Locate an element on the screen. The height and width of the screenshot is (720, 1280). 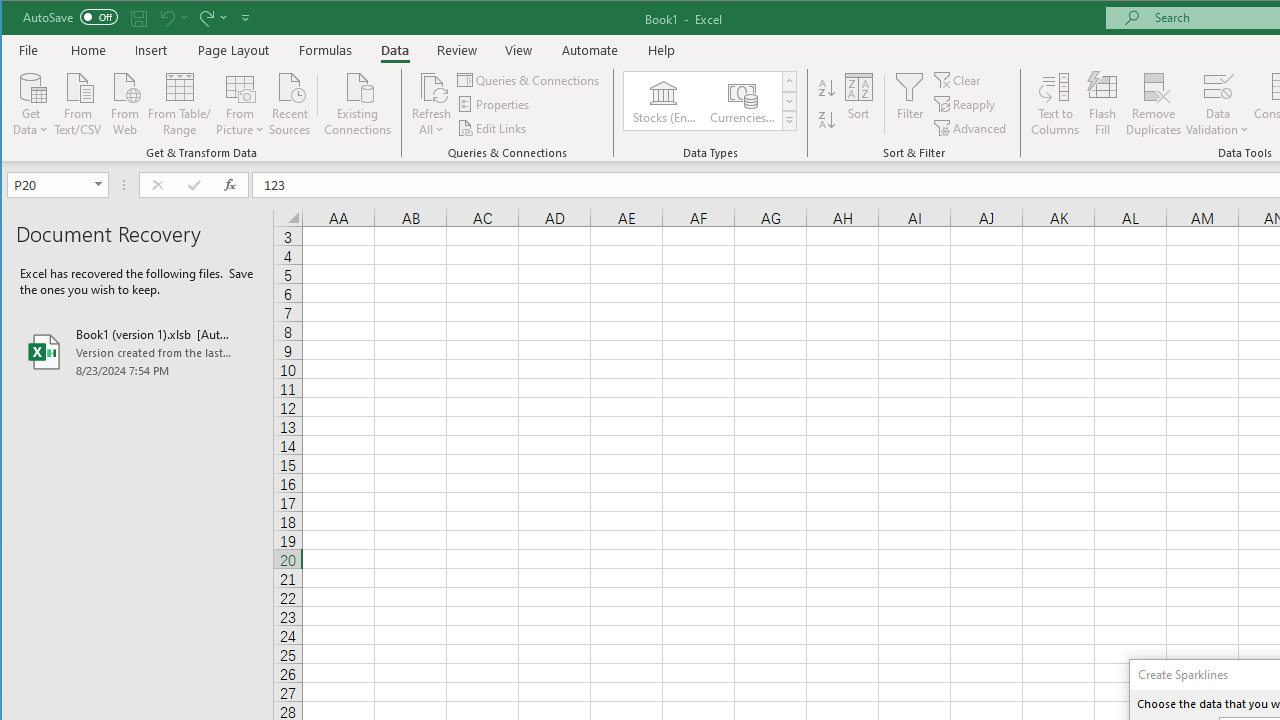
'Advanced...' is located at coordinates (971, 128).